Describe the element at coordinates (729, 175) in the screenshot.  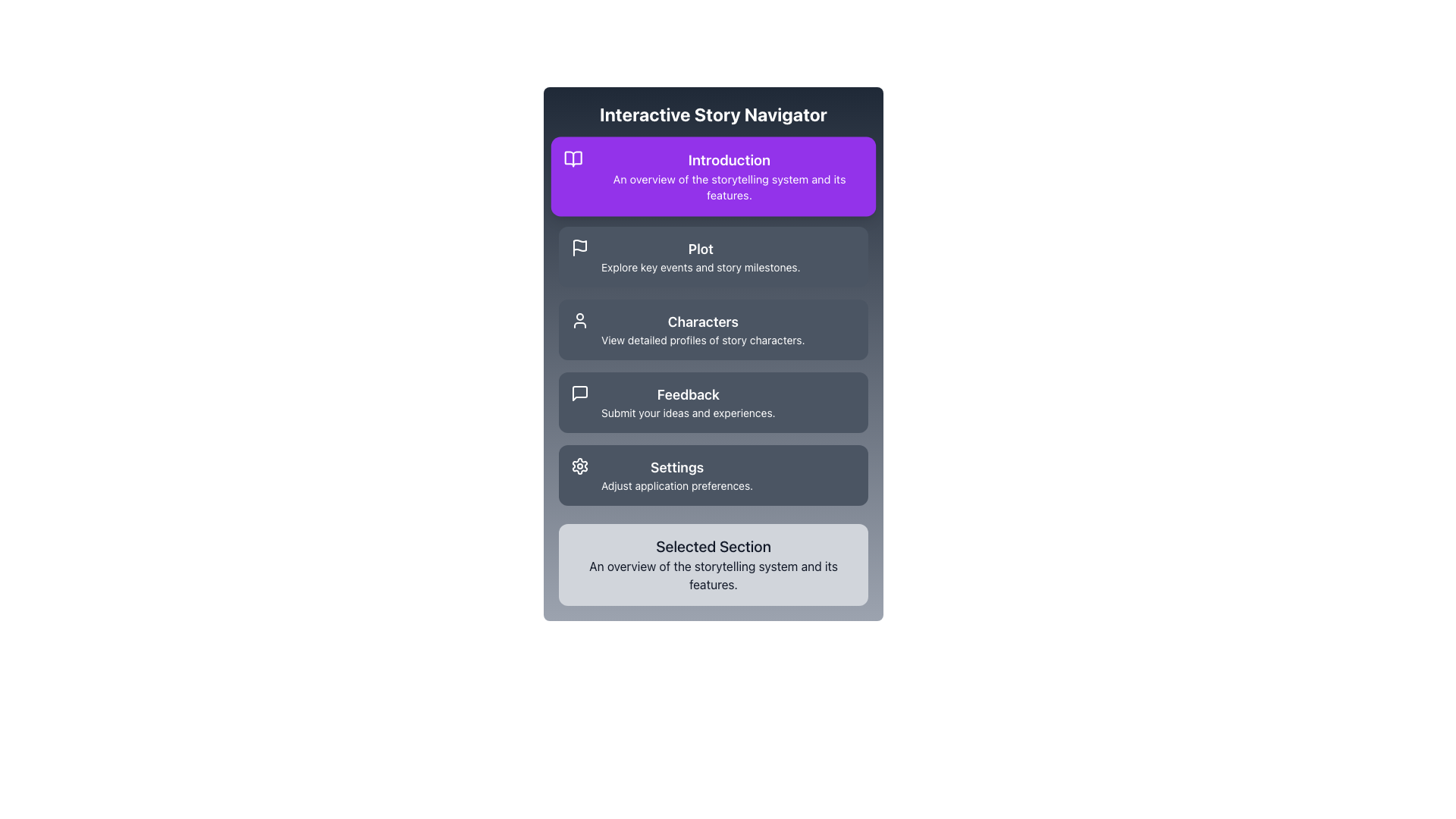
I see `the first menu item in the sidebar labeled 'Introduction' which has a purple background and contains an overview of the storytelling system` at that location.